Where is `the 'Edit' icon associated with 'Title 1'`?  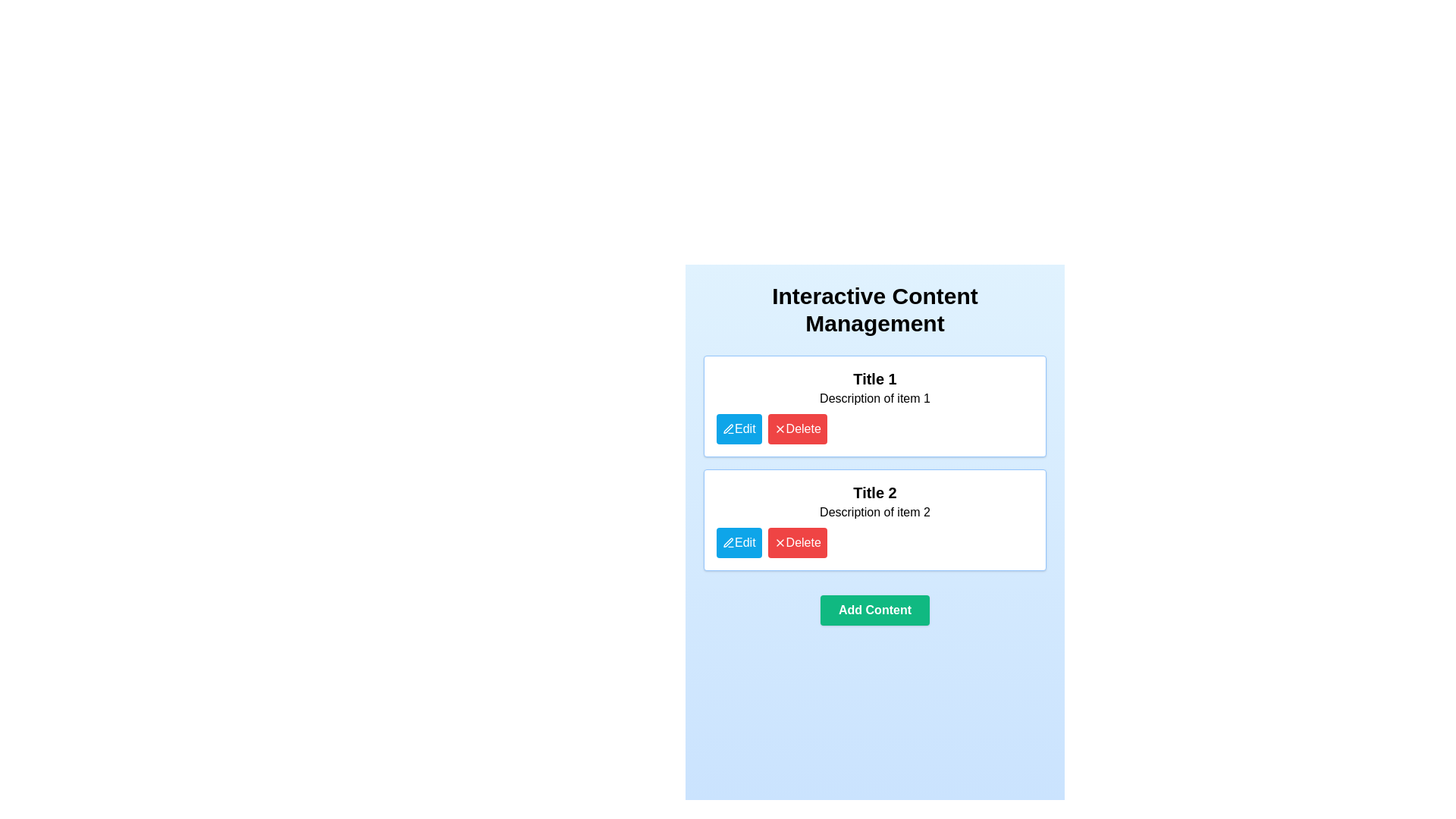 the 'Edit' icon associated with 'Title 1' is located at coordinates (728, 429).